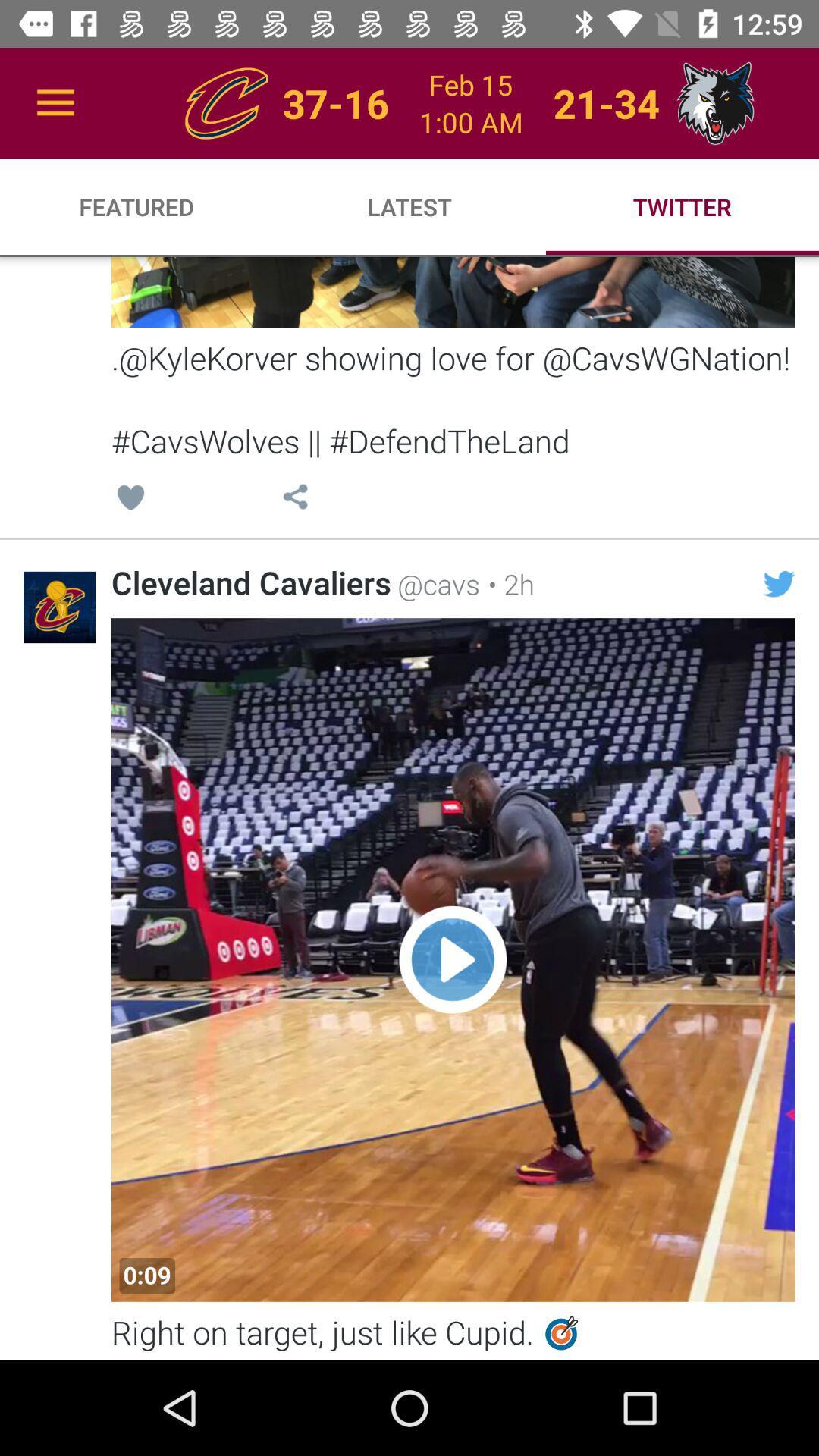 The width and height of the screenshot is (819, 1456). Describe the element at coordinates (779, 583) in the screenshot. I see `the item below kylekorver showing love item` at that location.